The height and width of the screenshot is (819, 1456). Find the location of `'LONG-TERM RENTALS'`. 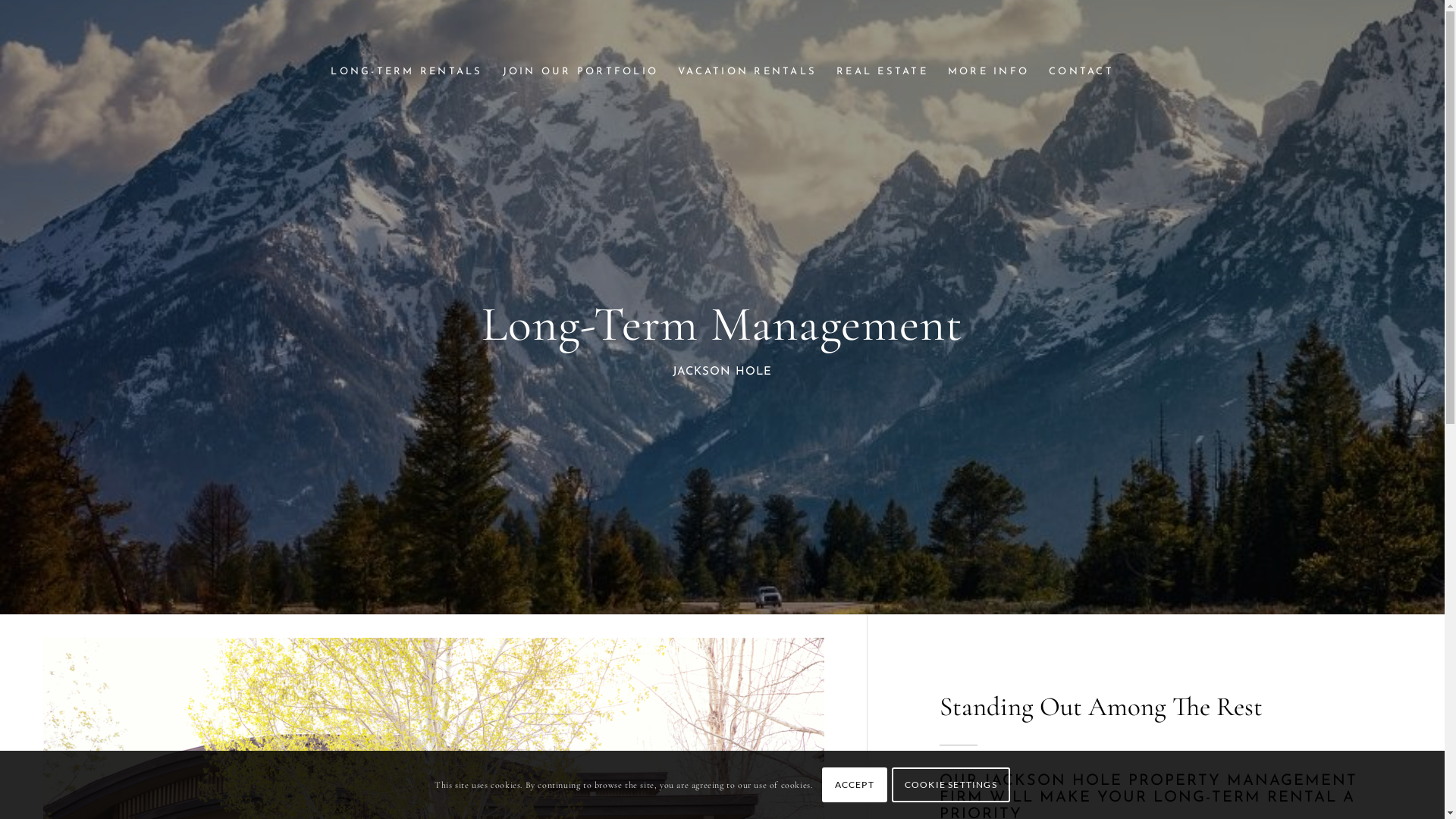

'LONG-TERM RENTALS' is located at coordinates (406, 72).